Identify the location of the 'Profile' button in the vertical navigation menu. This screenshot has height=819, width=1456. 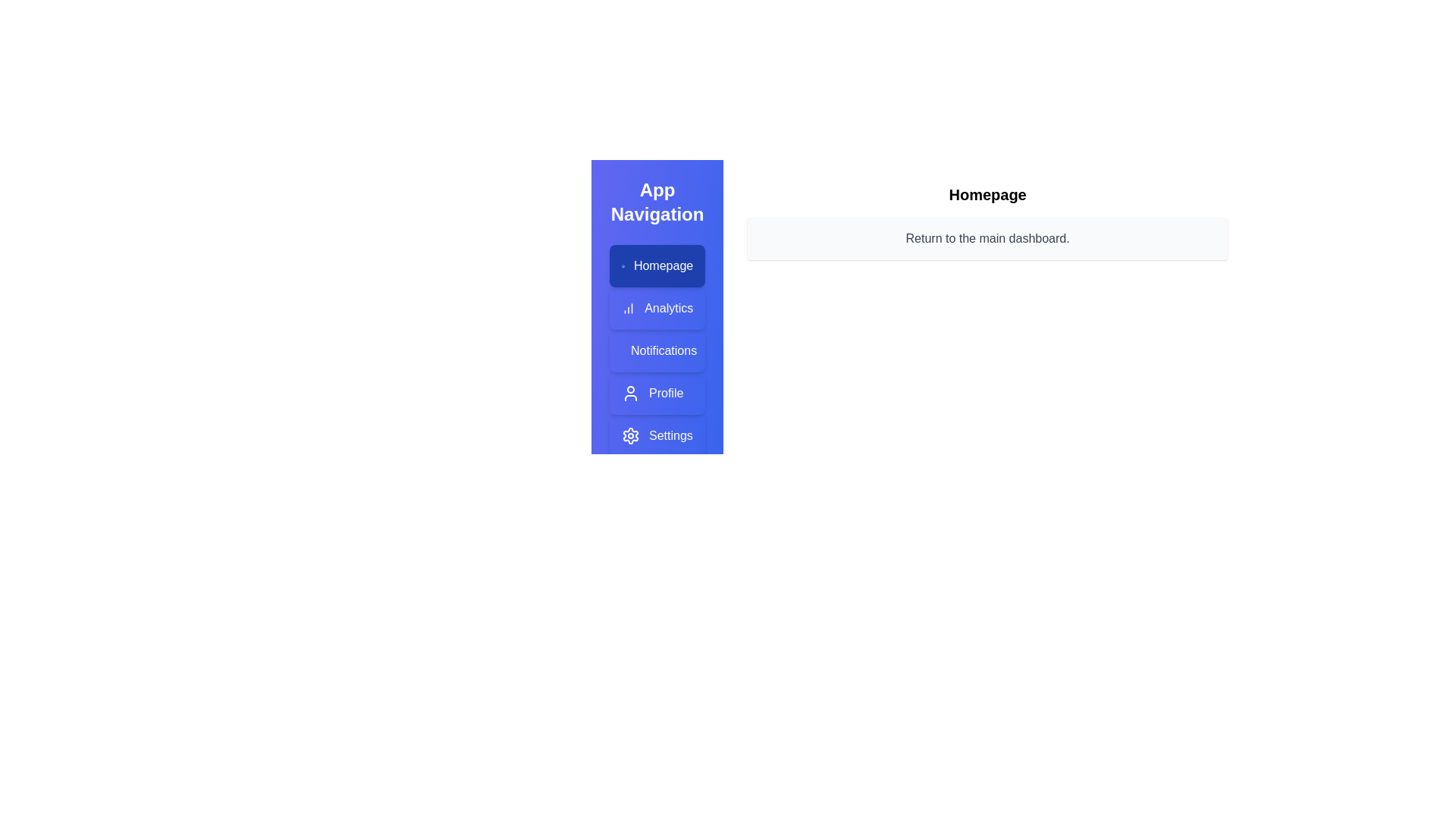
(657, 393).